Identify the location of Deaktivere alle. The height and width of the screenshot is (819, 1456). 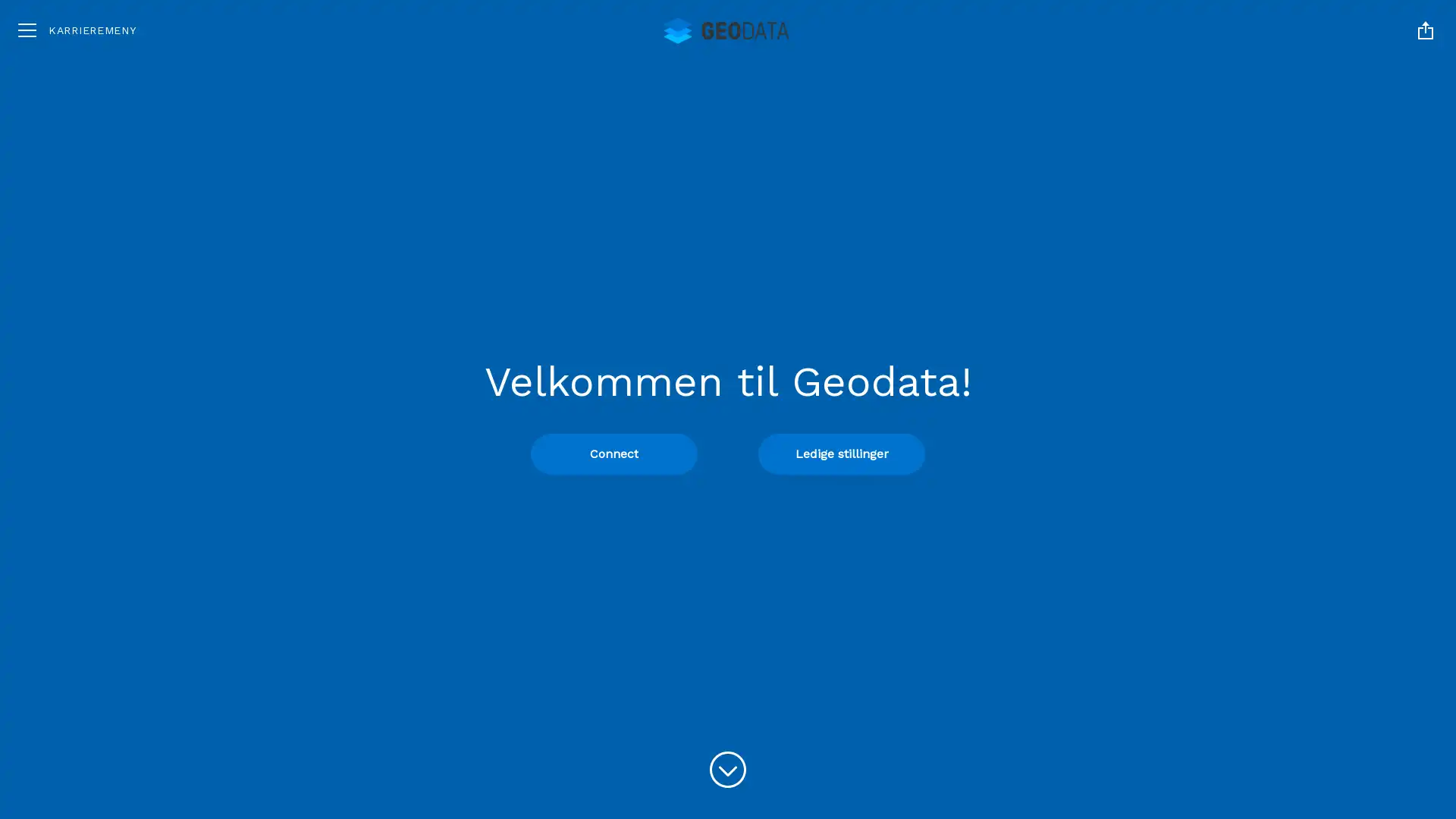
(1282, 693).